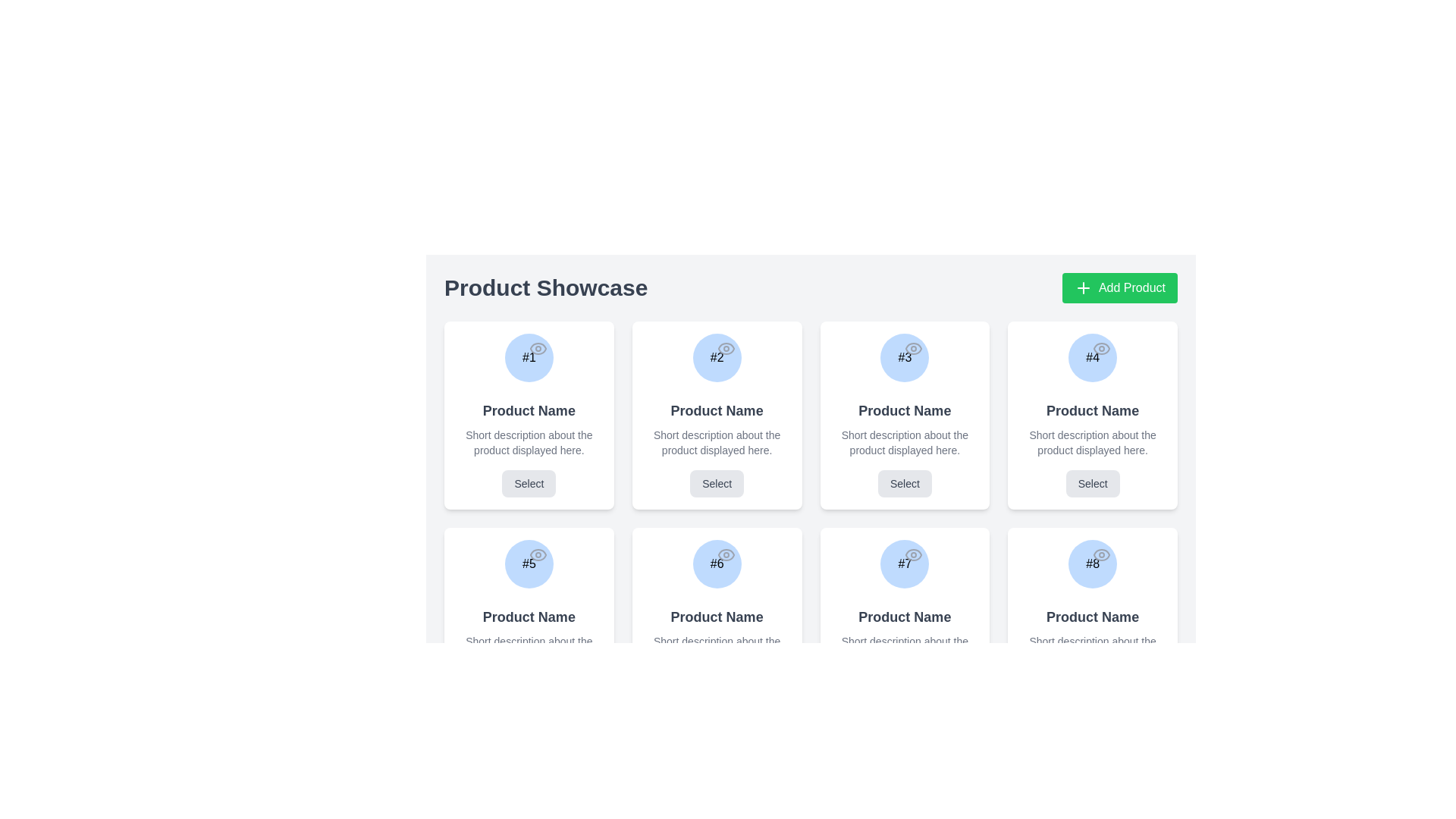 The width and height of the screenshot is (1456, 819). Describe the element at coordinates (529, 564) in the screenshot. I see `the circular badge with the text '#5' and eye icon to associate context with the displayed number` at that location.